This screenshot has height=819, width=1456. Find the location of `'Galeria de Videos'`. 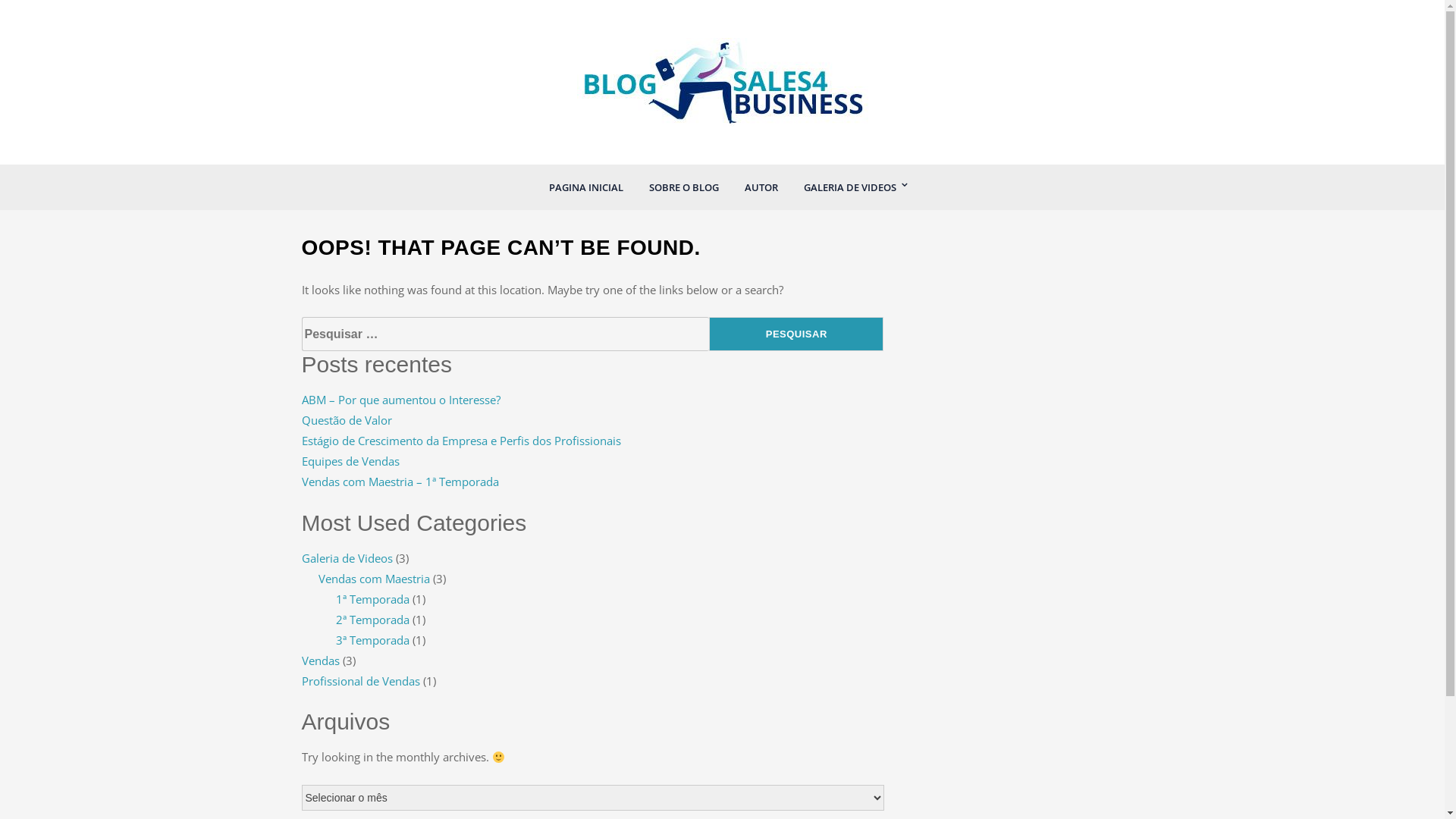

'Galeria de Videos' is located at coordinates (346, 558).